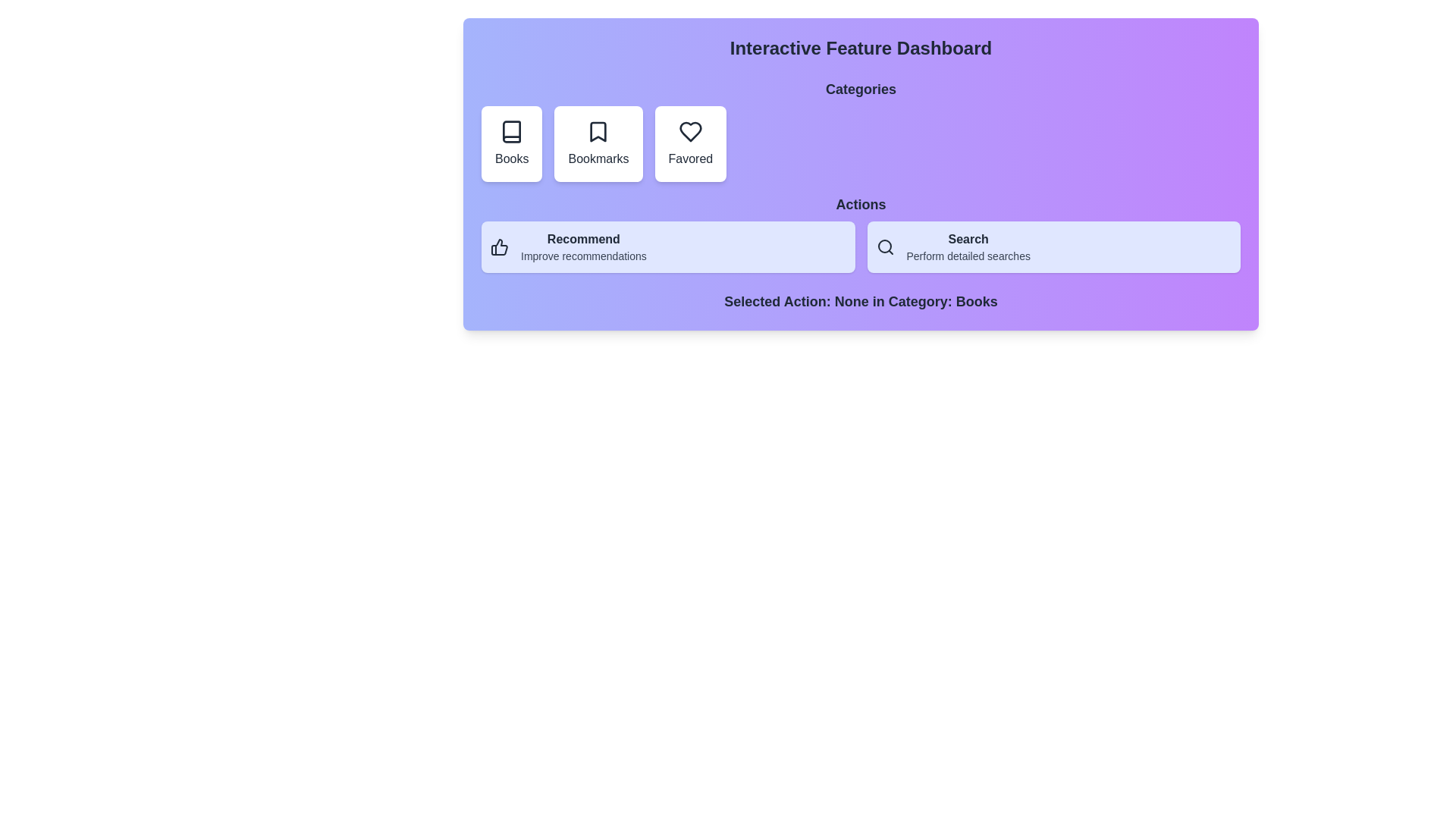  What do you see at coordinates (968, 256) in the screenshot?
I see `the text label providing context related to the 'Search' functionality, which is positioned beneath the 'Search' label in the 'Actions' section of the dashboard interface` at bounding box center [968, 256].